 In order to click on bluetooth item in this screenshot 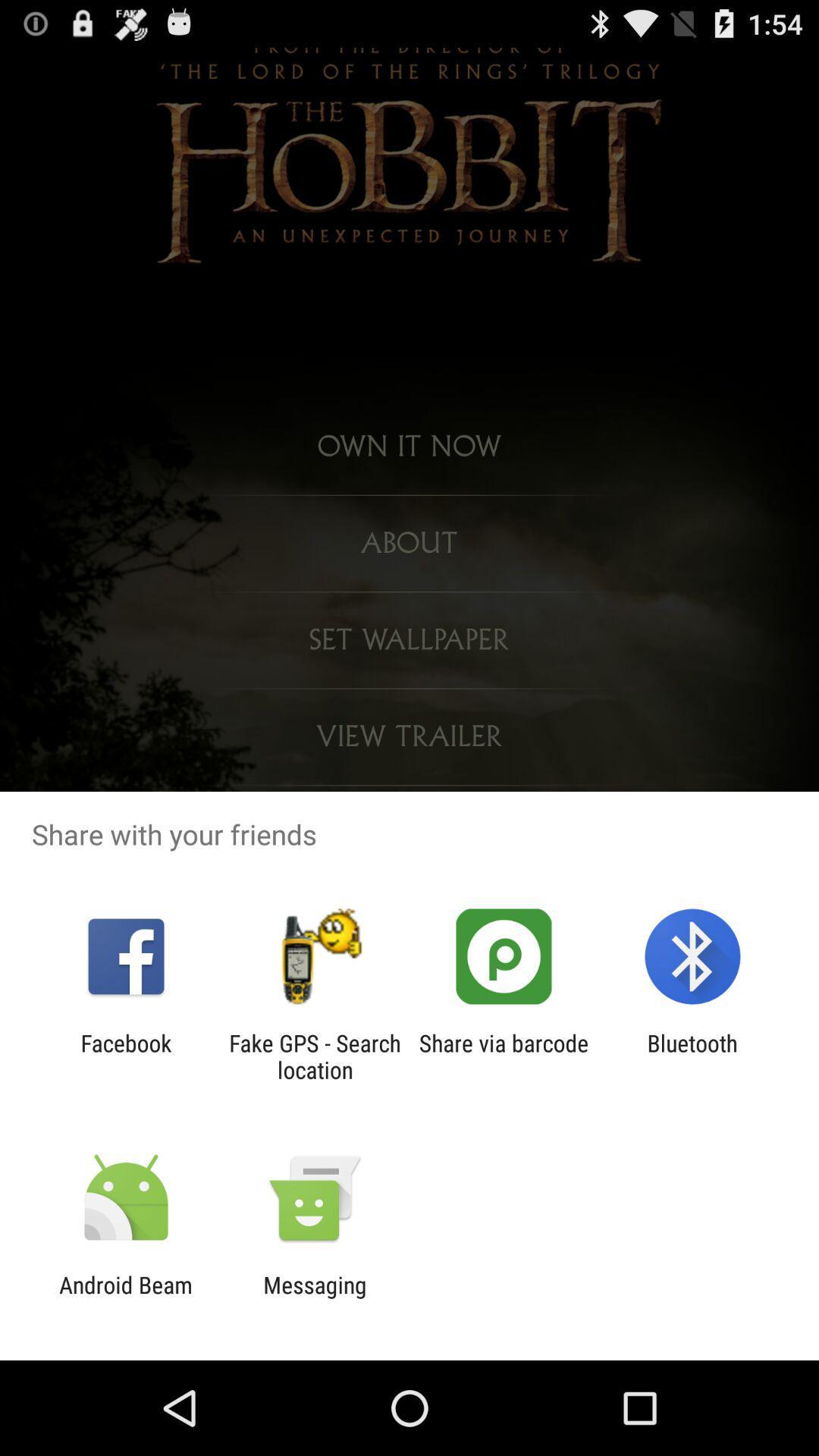, I will do `click(692, 1056)`.